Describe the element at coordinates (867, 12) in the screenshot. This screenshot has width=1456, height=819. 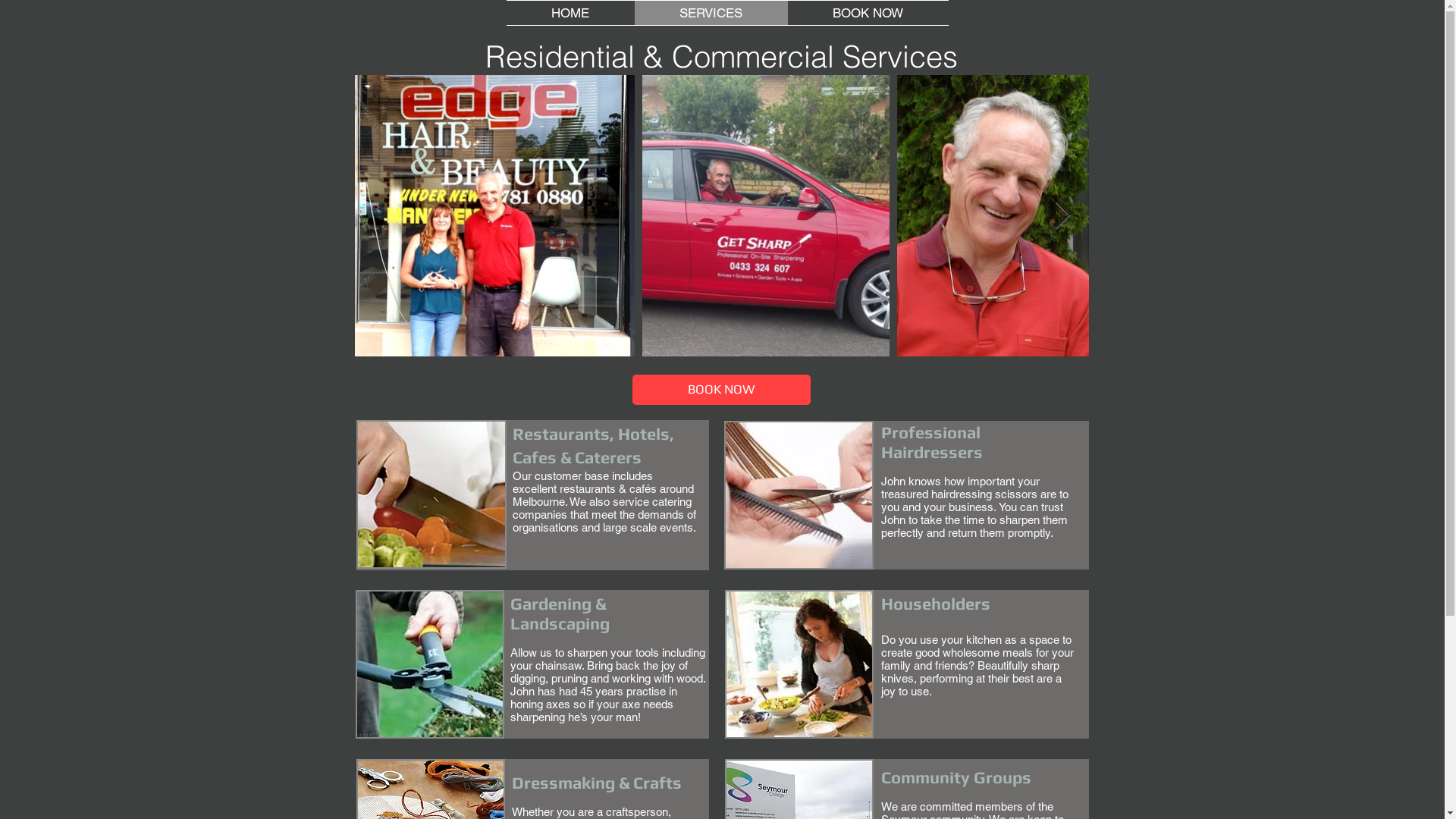
I see `'BOOK NOW'` at that location.